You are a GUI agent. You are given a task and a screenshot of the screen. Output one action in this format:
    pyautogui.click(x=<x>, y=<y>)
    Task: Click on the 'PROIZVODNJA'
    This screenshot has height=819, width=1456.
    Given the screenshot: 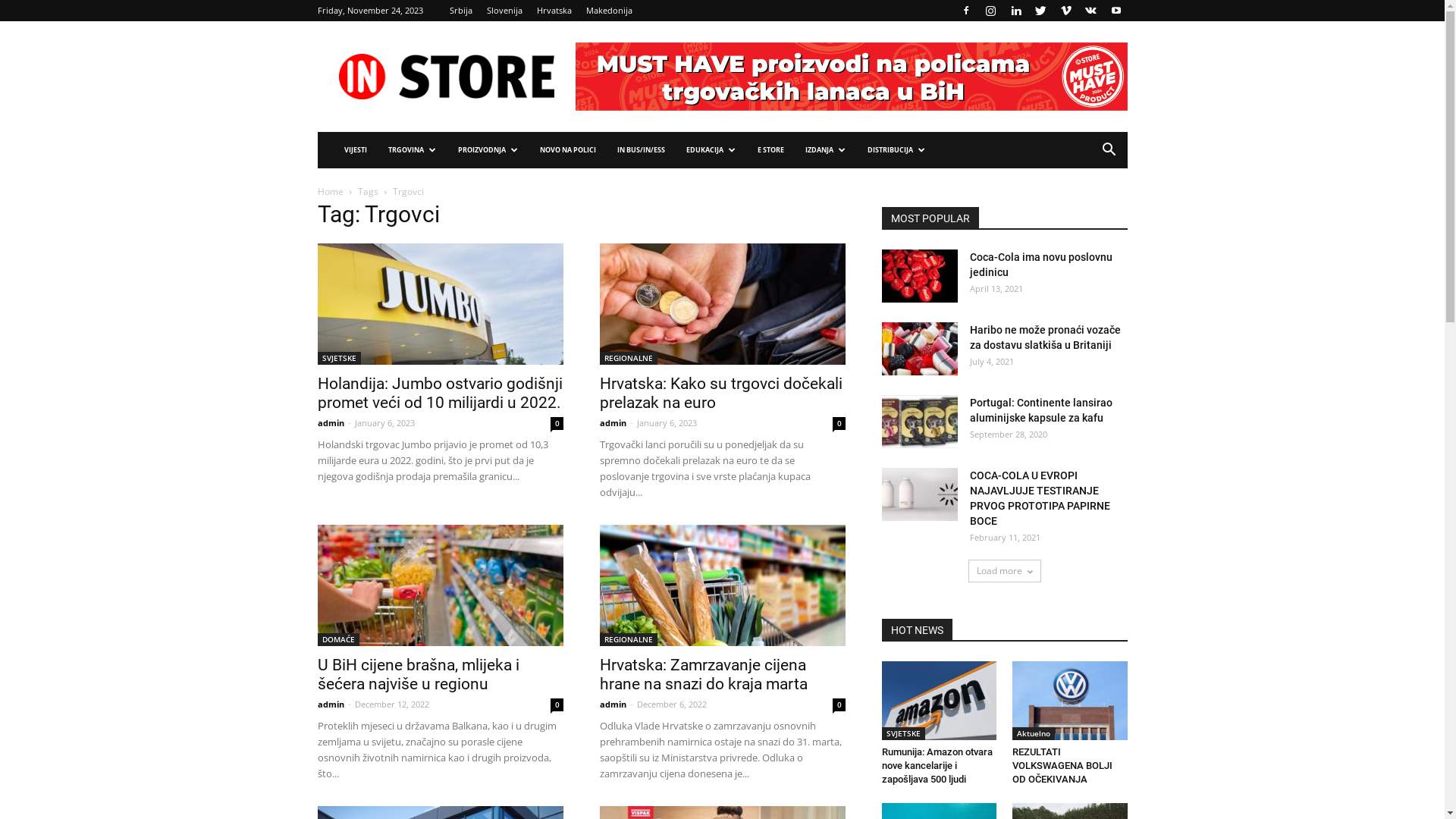 What is the action you would take?
    pyautogui.click(x=488, y=149)
    